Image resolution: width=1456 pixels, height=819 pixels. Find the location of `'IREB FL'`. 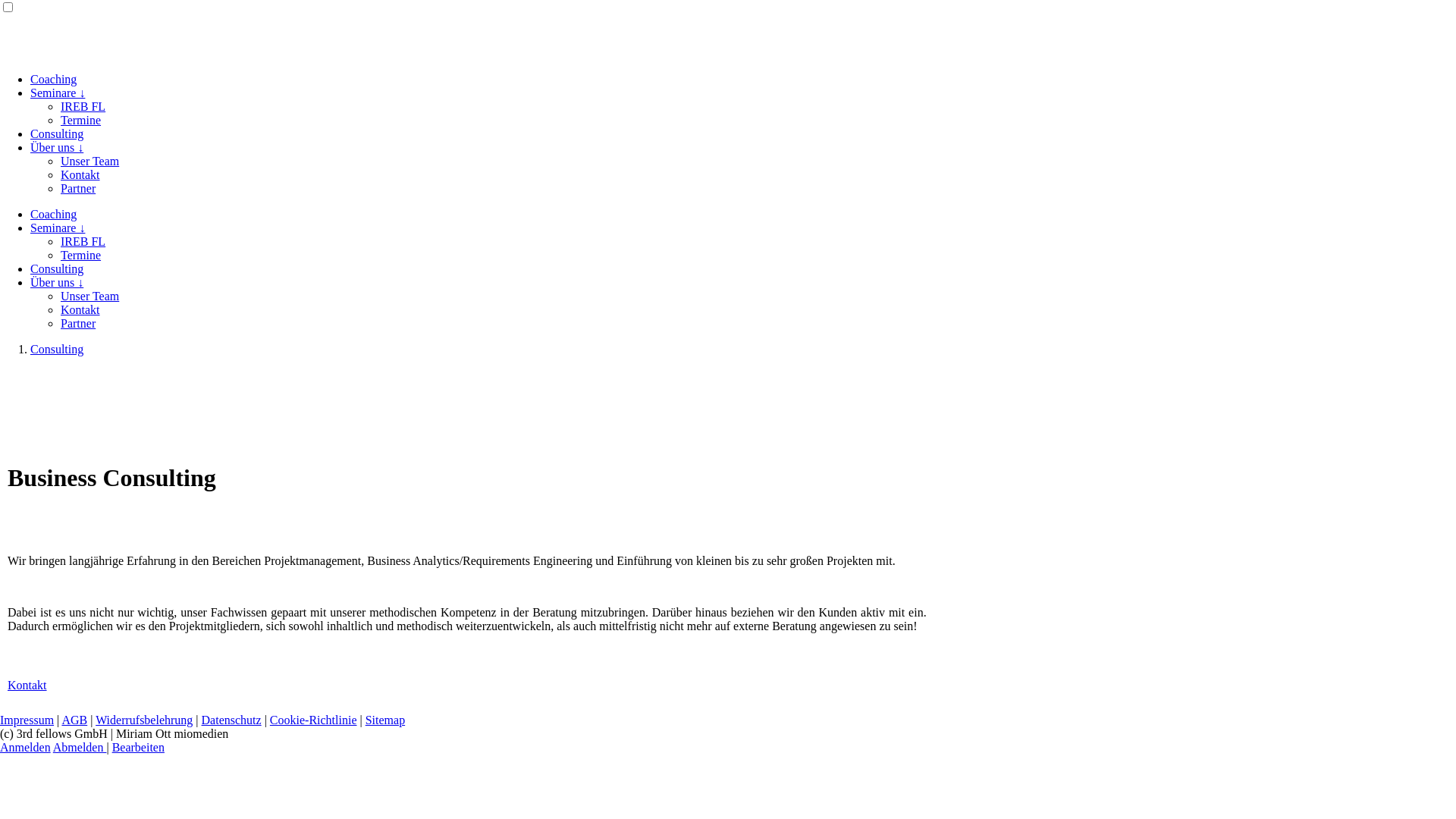

'IREB FL' is located at coordinates (82, 240).